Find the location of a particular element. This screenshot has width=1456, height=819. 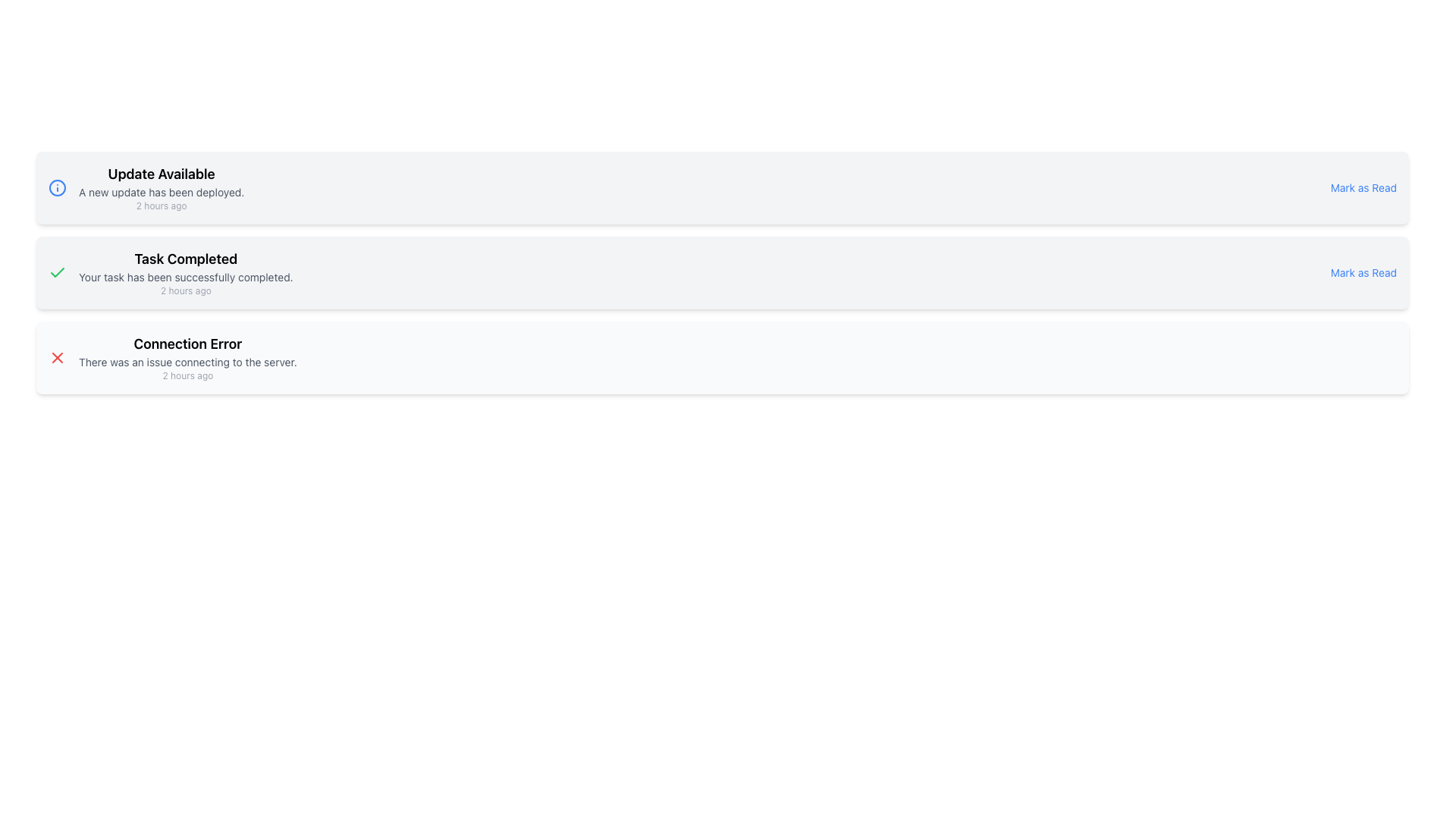

the 'Mark as Read' button styled as a hyperlink in blue, located on the far right of the 'Task Completed' notification card is located at coordinates (1363, 271).